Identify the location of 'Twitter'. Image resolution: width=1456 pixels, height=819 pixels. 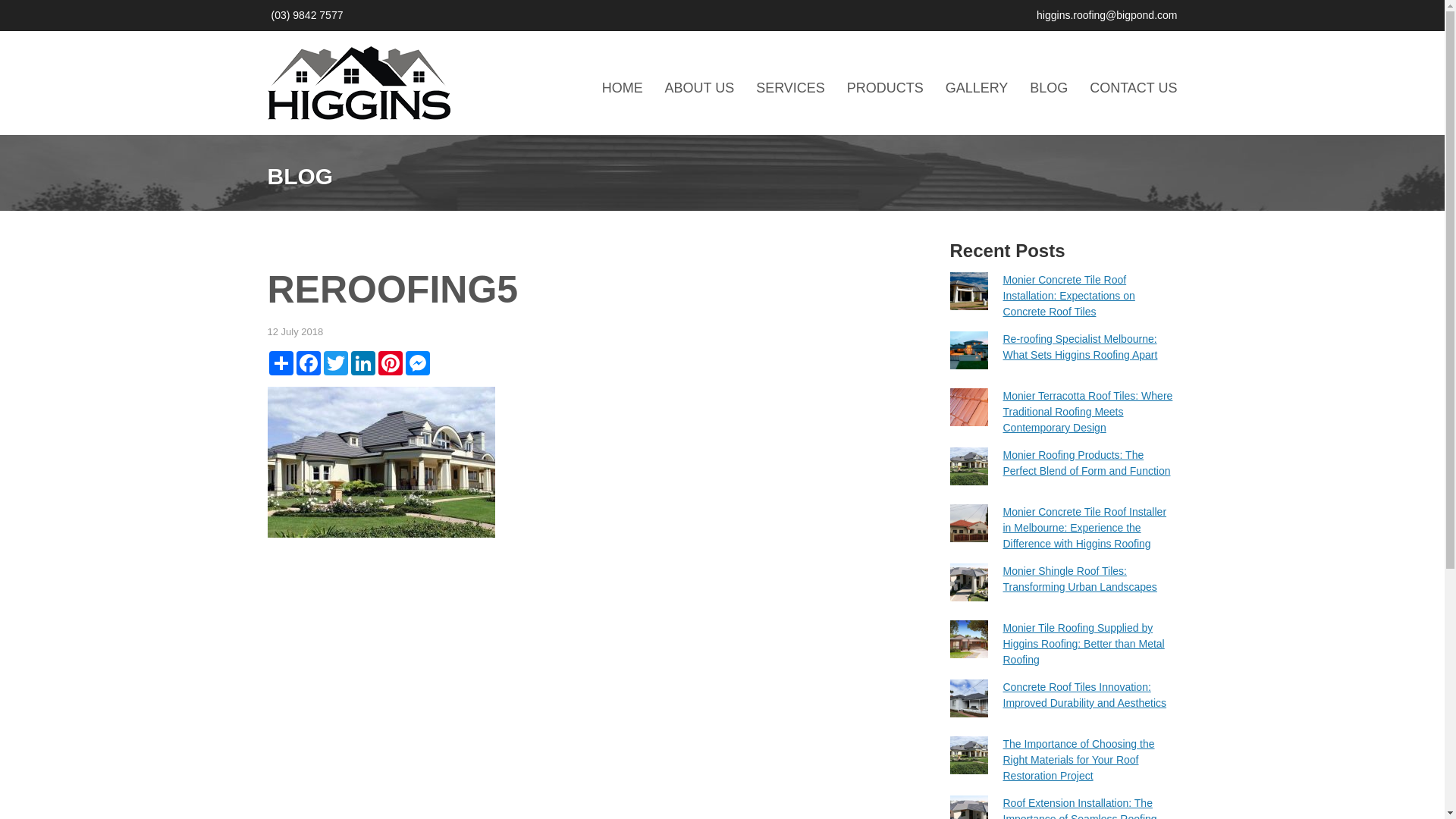
(334, 362).